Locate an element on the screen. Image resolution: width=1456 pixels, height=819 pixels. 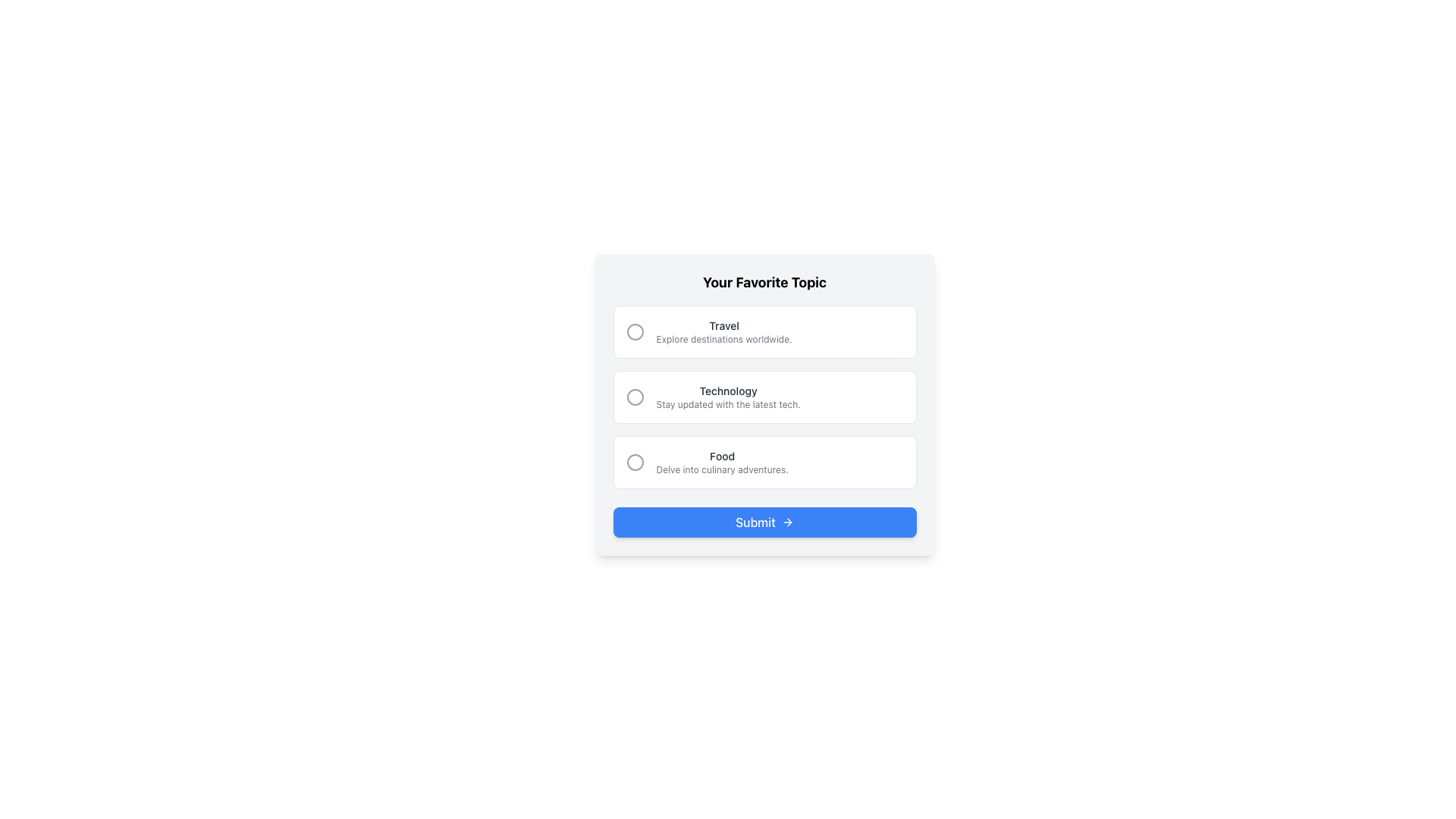
the descriptive text element located below the 'Technology' option, which provides additional context about the selection is located at coordinates (728, 403).